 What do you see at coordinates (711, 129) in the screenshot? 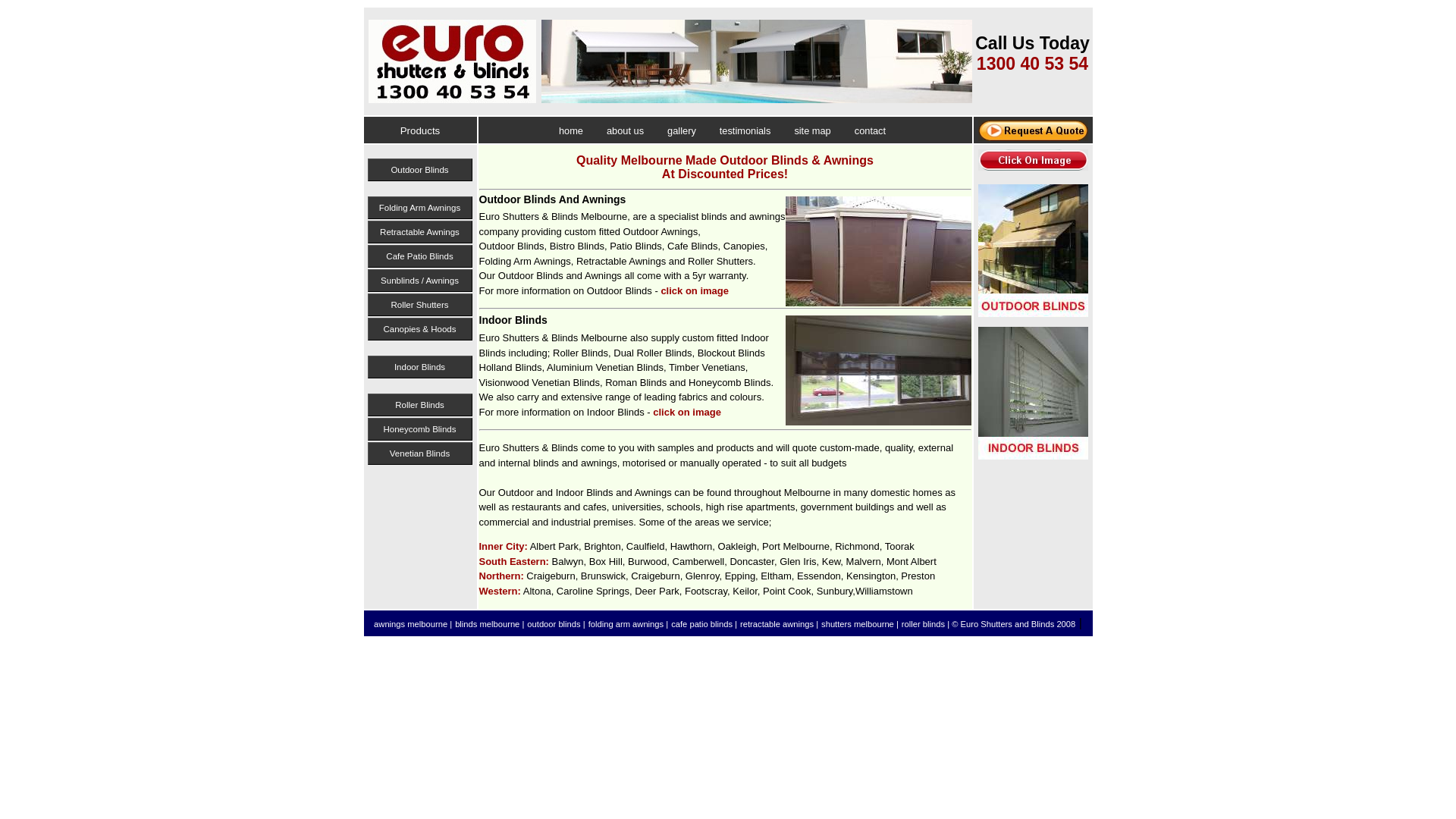
I see `'testimonials'` at bounding box center [711, 129].